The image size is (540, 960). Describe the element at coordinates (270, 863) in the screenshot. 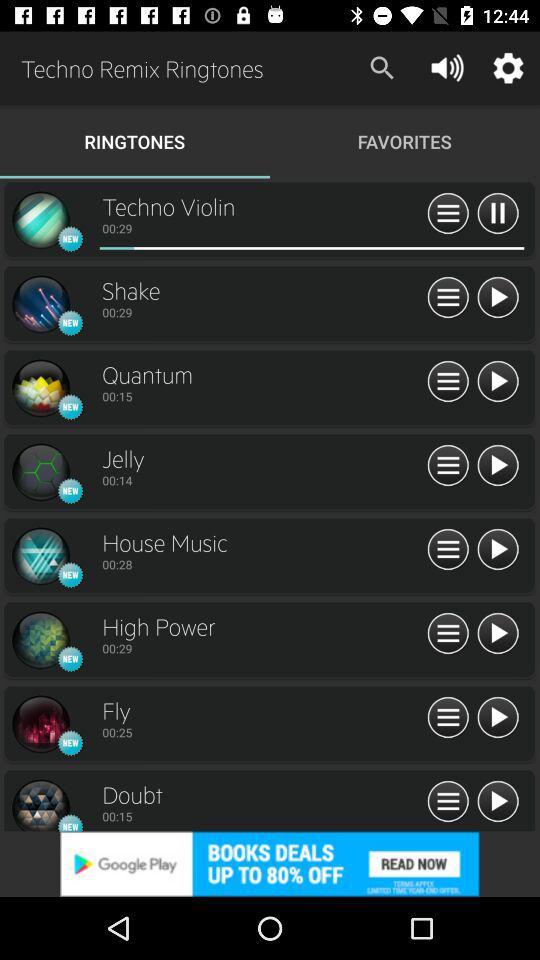

I see `advertisement 's website` at that location.